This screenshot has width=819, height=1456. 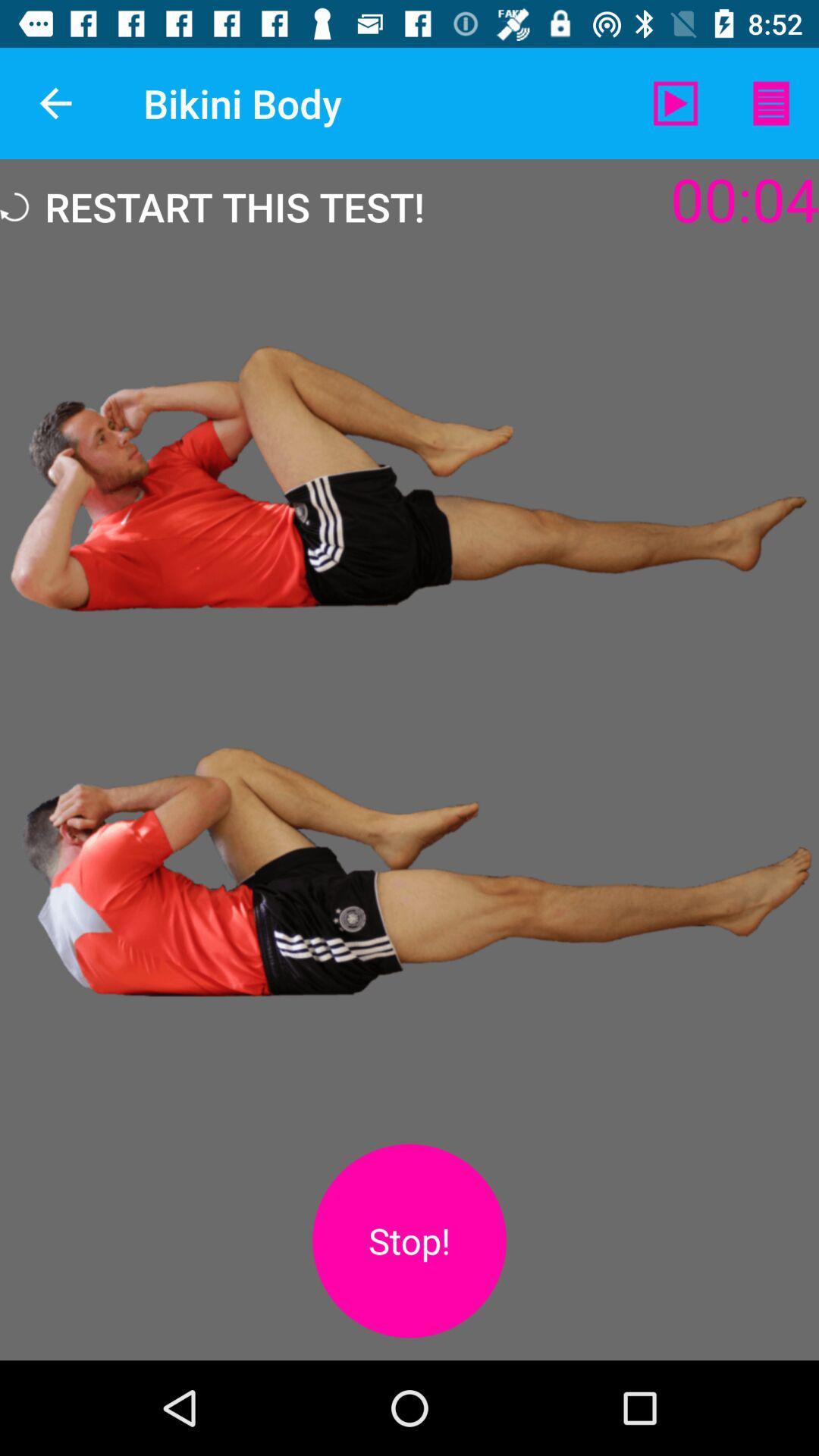 I want to click on the icon above the 00:05 item, so click(x=675, y=102).